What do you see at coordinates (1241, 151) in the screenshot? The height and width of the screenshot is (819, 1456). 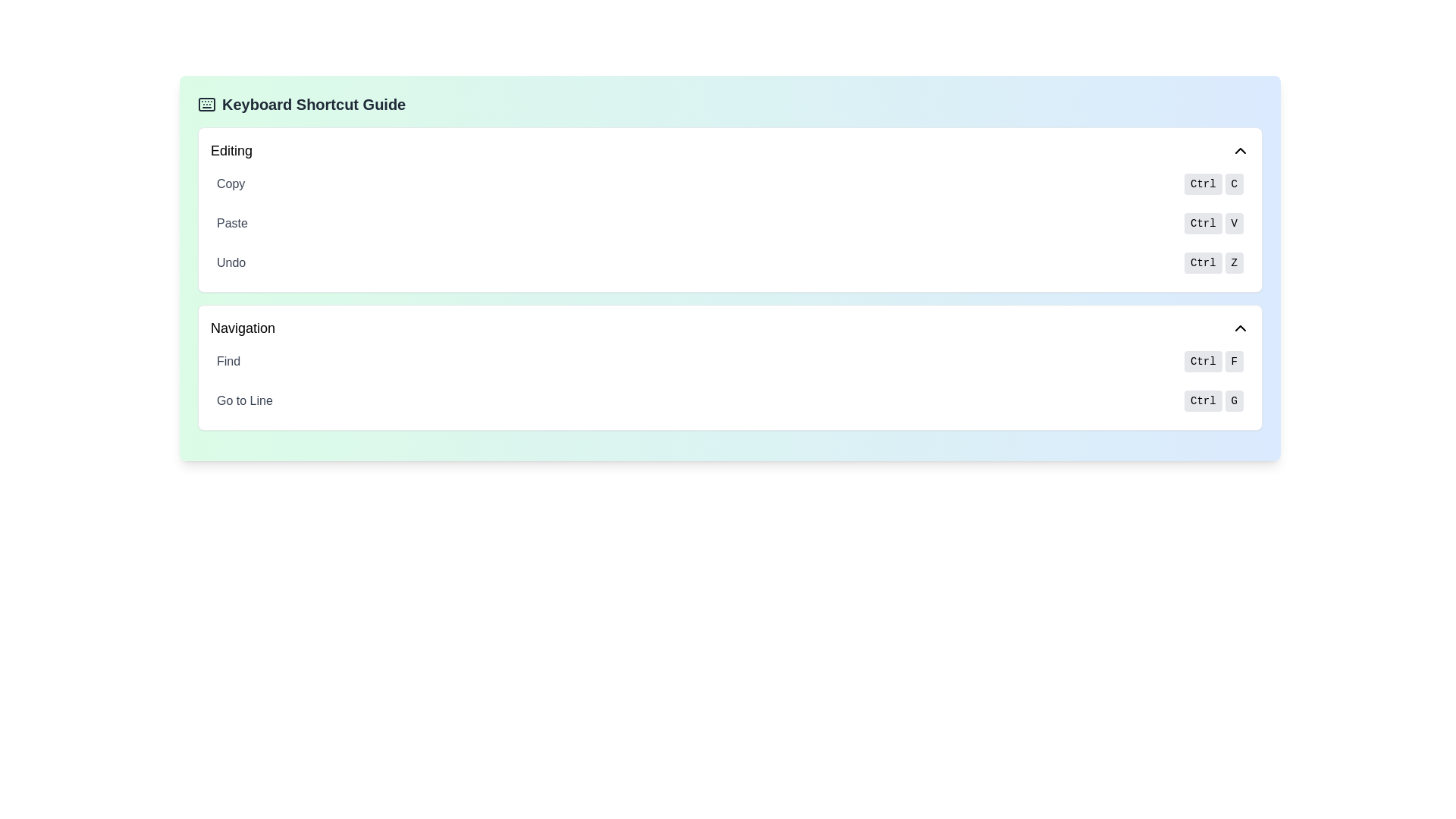 I see `the toggle icon located in the top-right corner of the 'Editing' section header` at bounding box center [1241, 151].